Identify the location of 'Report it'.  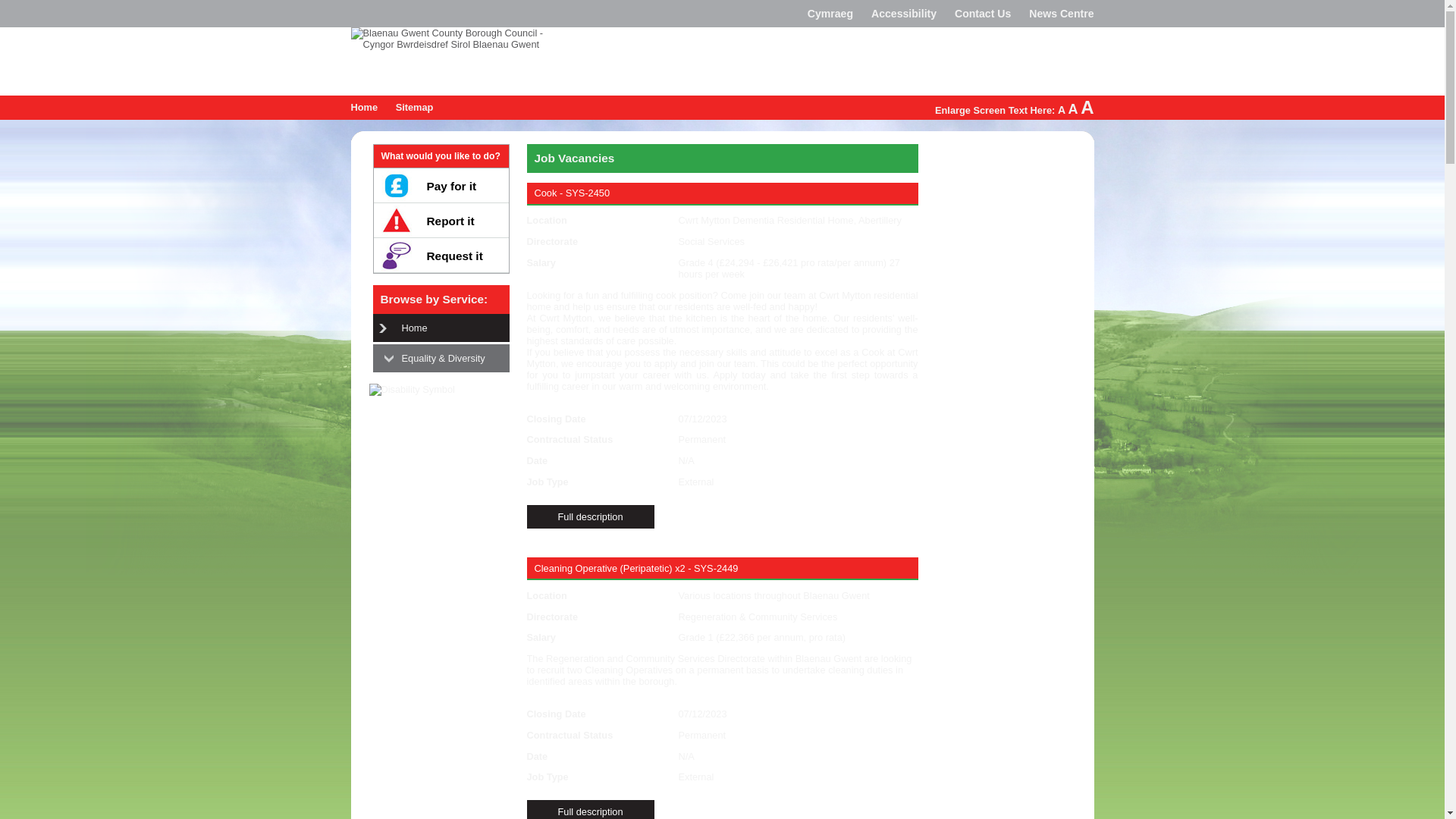
(439, 220).